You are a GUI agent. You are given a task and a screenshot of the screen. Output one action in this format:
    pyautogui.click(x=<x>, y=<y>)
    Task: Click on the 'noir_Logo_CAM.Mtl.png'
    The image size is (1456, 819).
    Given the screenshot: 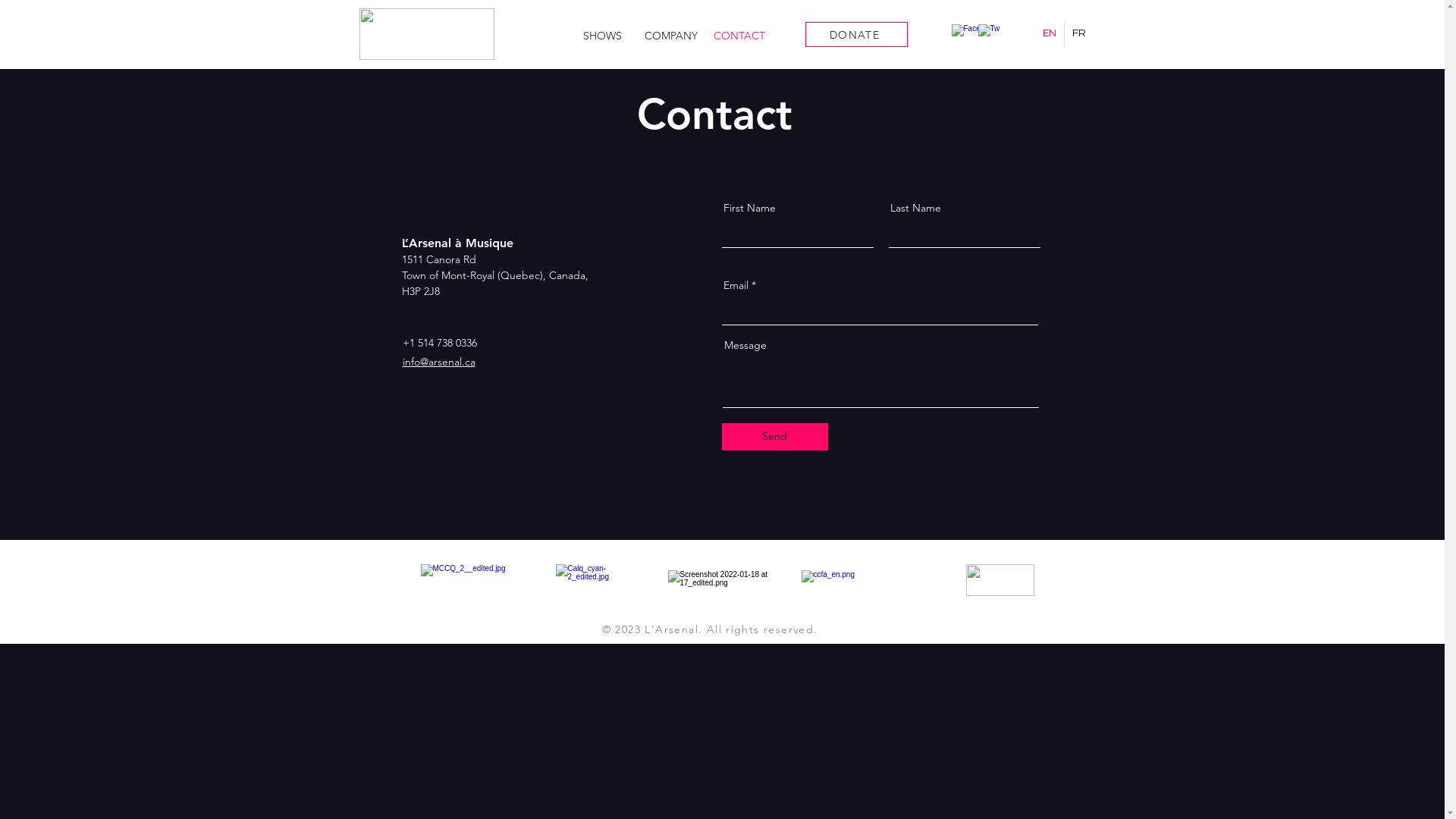 What is the action you would take?
    pyautogui.click(x=1000, y=579)
    